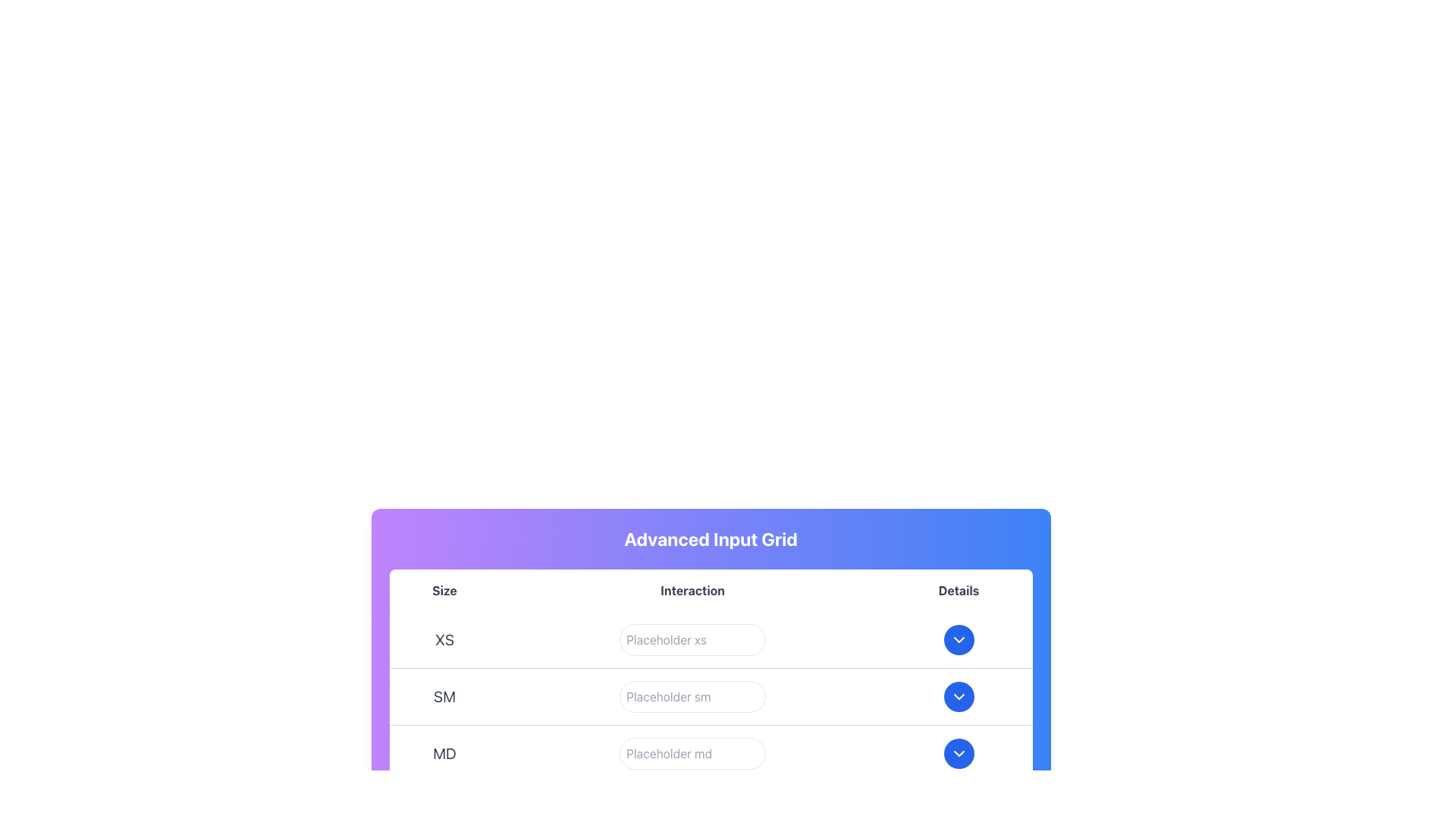 Image resolution: width=1456 pixels, height=819 pixels. What do you see at coordinates (957, 640) in the screenshot?
I see `the blue circular button icon located in the 'Details' column of the first row in the table` at bounding box center [957, 640].